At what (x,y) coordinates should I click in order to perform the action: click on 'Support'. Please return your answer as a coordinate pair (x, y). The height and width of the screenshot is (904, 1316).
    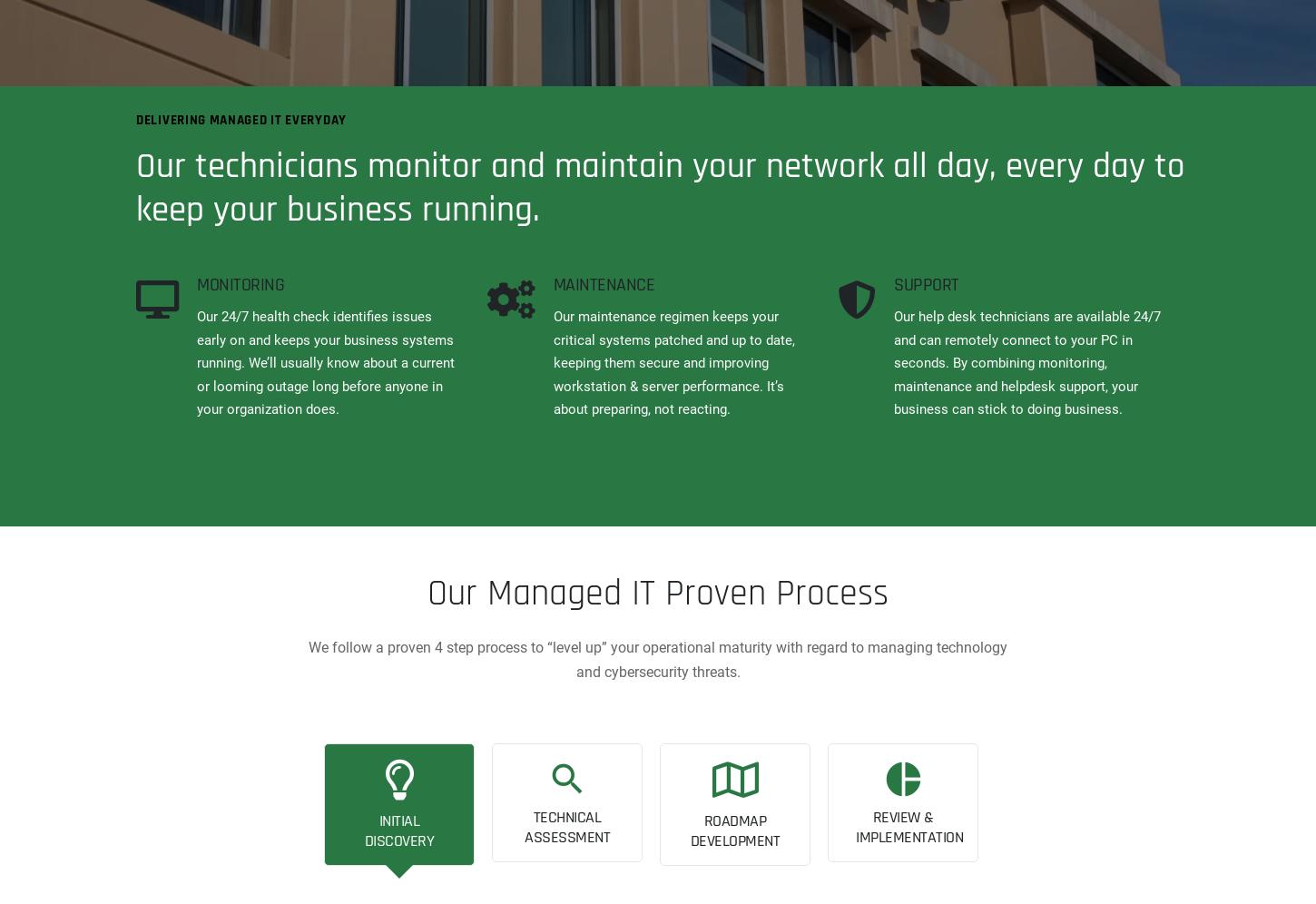
    Looking at the image, I should click on (926, 284).